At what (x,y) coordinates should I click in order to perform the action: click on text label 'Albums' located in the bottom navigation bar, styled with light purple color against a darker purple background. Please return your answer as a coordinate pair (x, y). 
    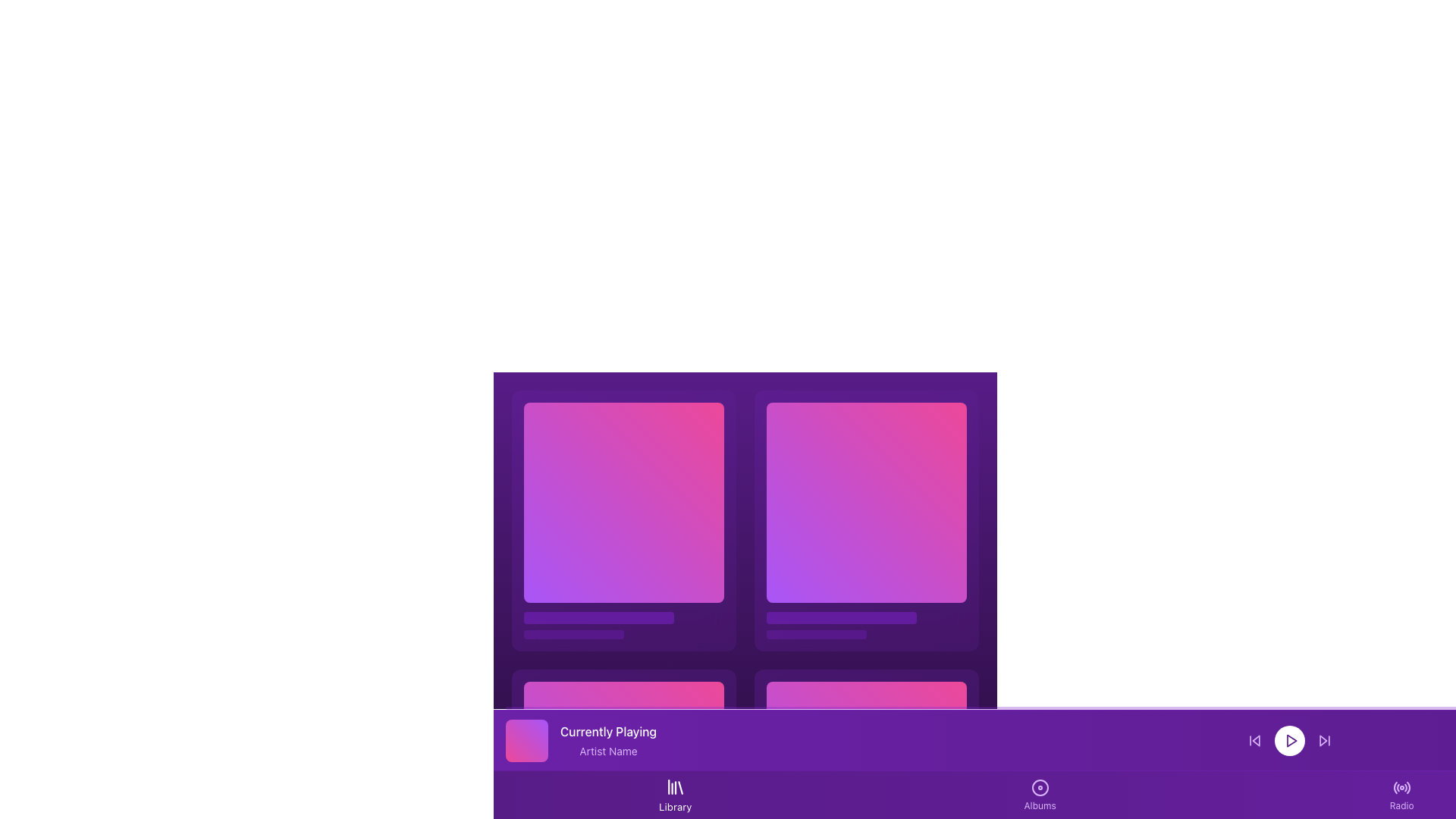
    Looking at the image, I should click on (1039, 805).